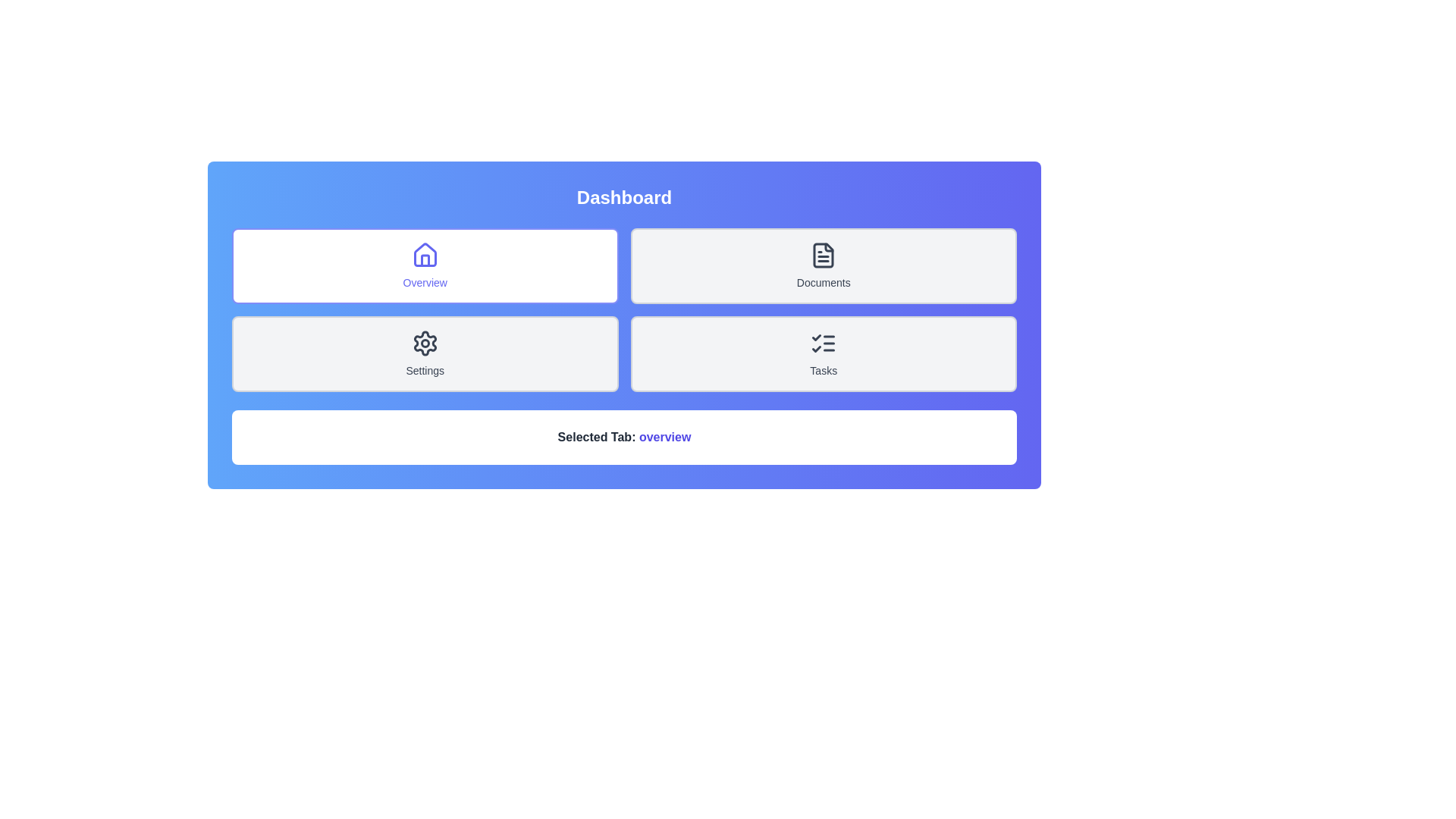 The image size is (1456, 819). What do you see at coordinates (823, 254) in the screenshot?
I see `the file icon representing a document, which is located within the 'Documents' button in the upper row of the grid interface` at bounding box center [823, 254].